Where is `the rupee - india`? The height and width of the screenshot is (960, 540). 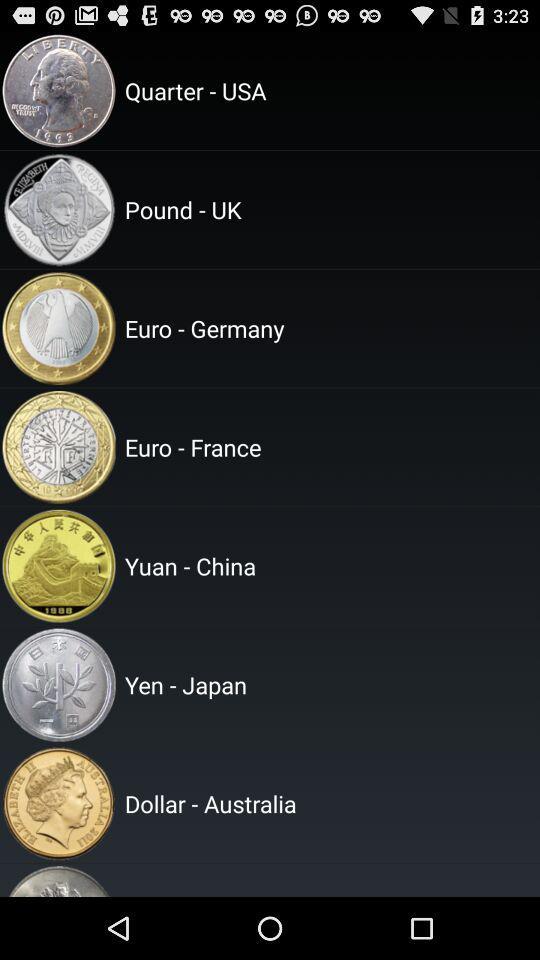
the rupee - india is located at coordinates (329, 879).